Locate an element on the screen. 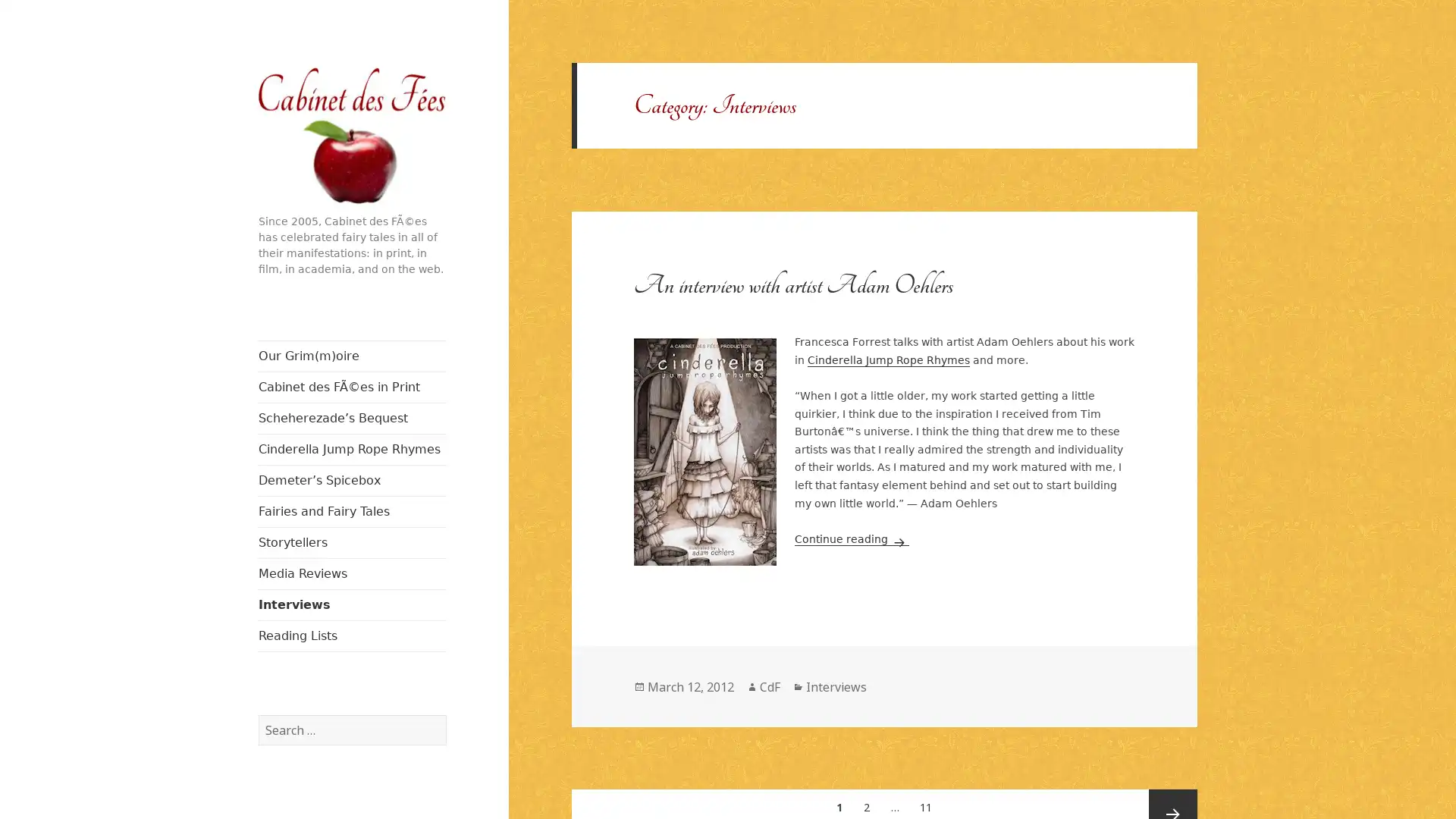 Image resolution: width=1456 pixels, height=819 pixels. Search is located at coordinates (444, 714).